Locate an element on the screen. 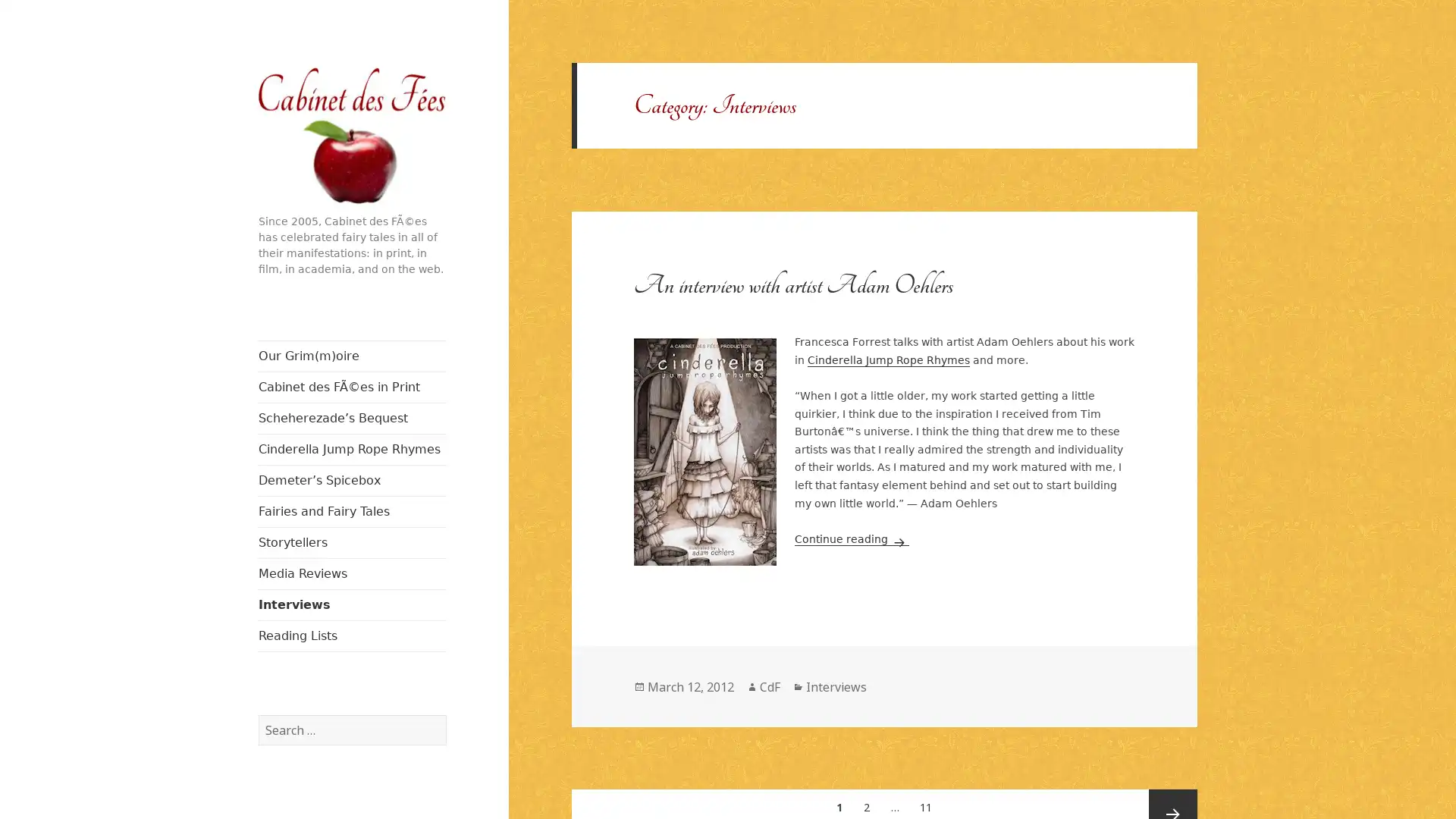 Image resolution: width=1456 pixels, height=819 pixels. Search is located at coordinates (444, 714).